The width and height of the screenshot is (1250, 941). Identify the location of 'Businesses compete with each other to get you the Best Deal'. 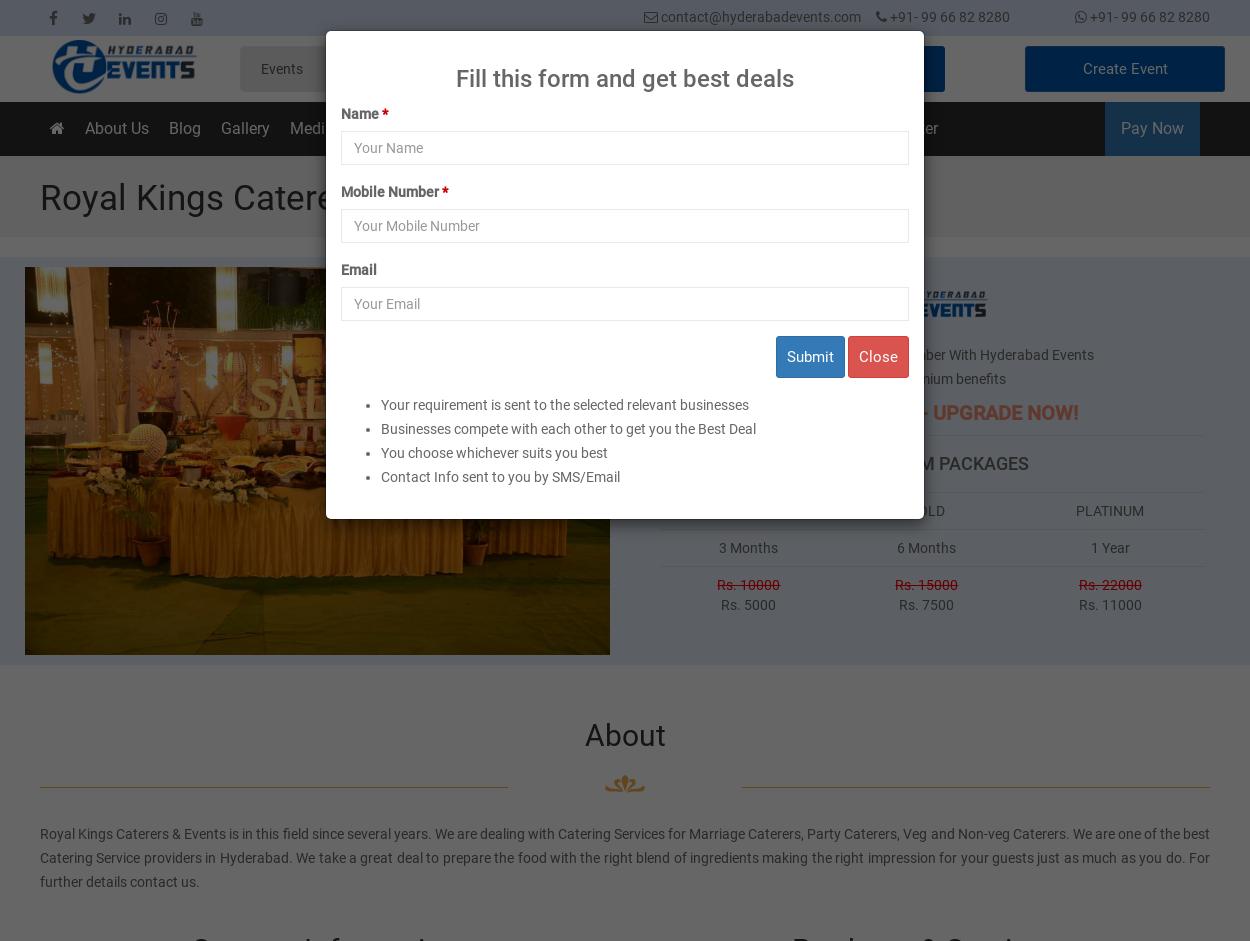
(567, 429).